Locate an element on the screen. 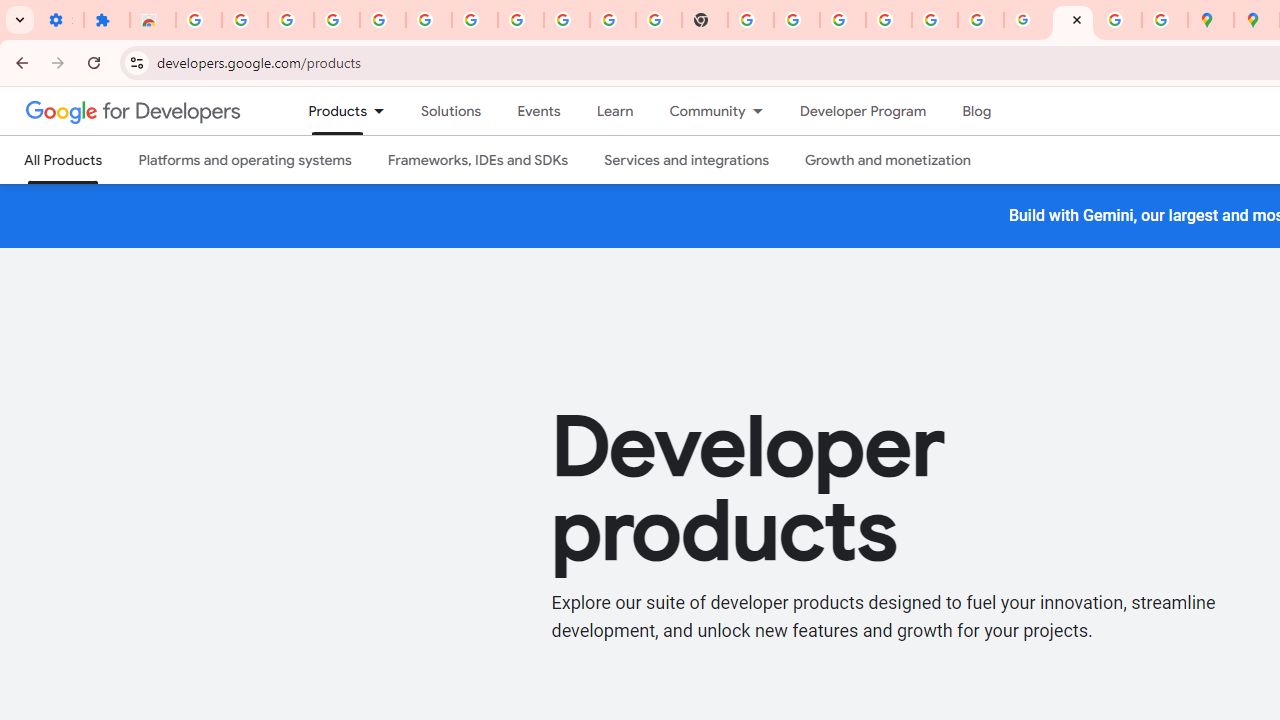 This screenshot has width=1280, height=720. 'Extensions' is located at coordinates (106, 20).